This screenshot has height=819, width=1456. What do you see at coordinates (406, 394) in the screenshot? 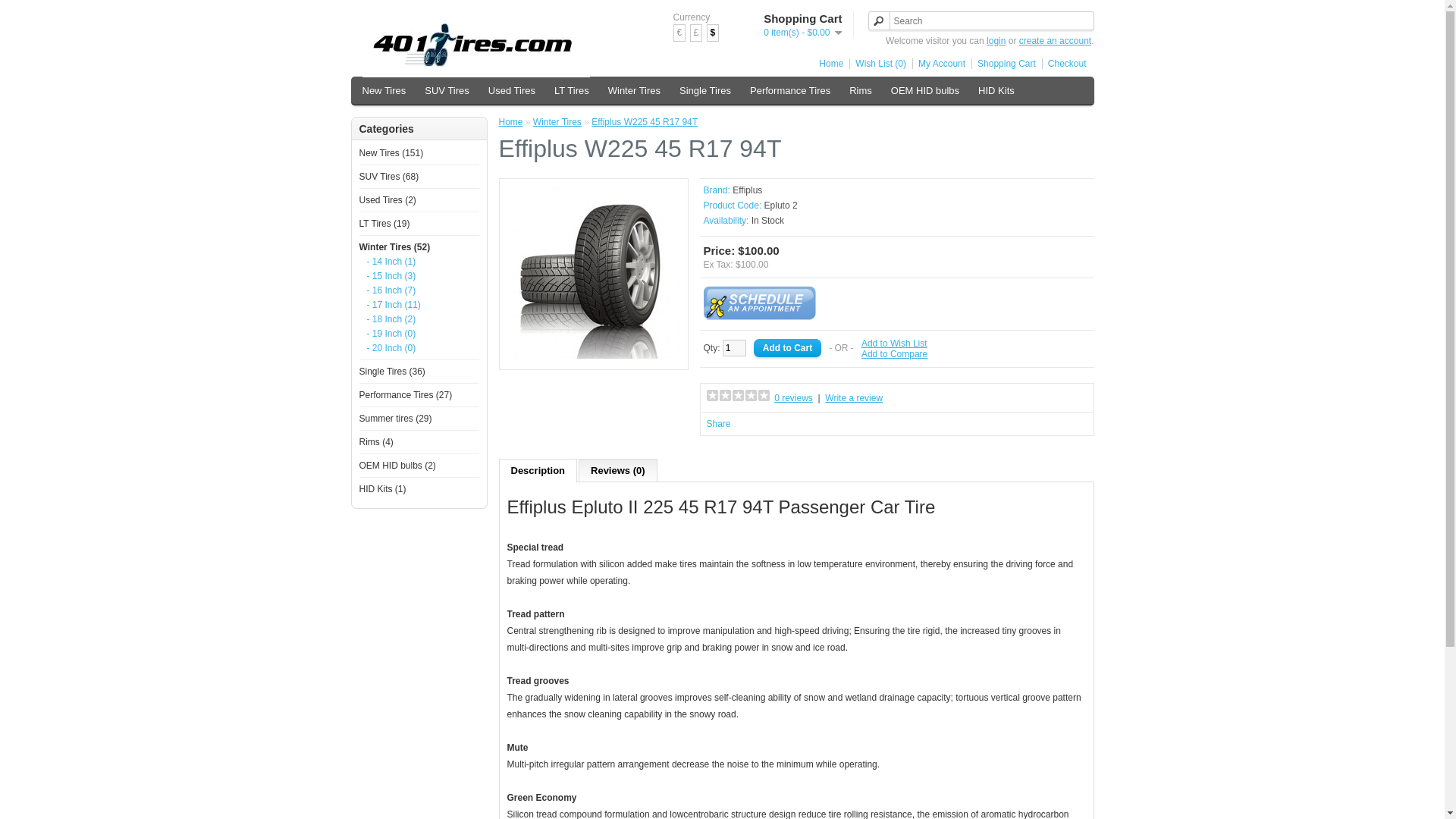
I see `'Performance Tires (27)'` at bounding box center [406, 394].